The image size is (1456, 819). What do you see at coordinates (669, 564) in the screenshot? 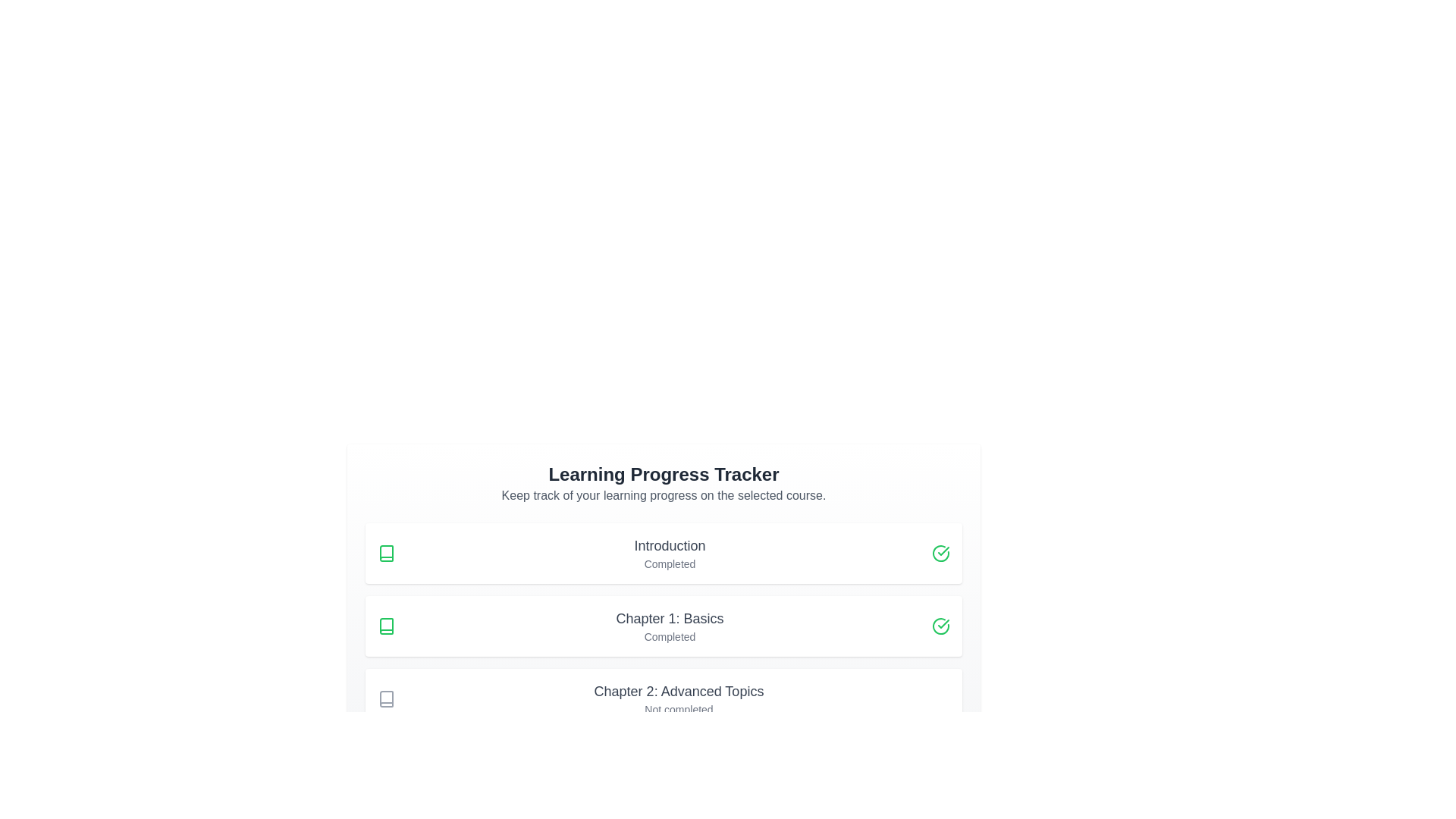
I see `the text label reading 'Completed', which is styled in light gray and located beneath the 'Introduction' text in the 'Learning Progress Tracker' interface` at bounding box center [669, 564].